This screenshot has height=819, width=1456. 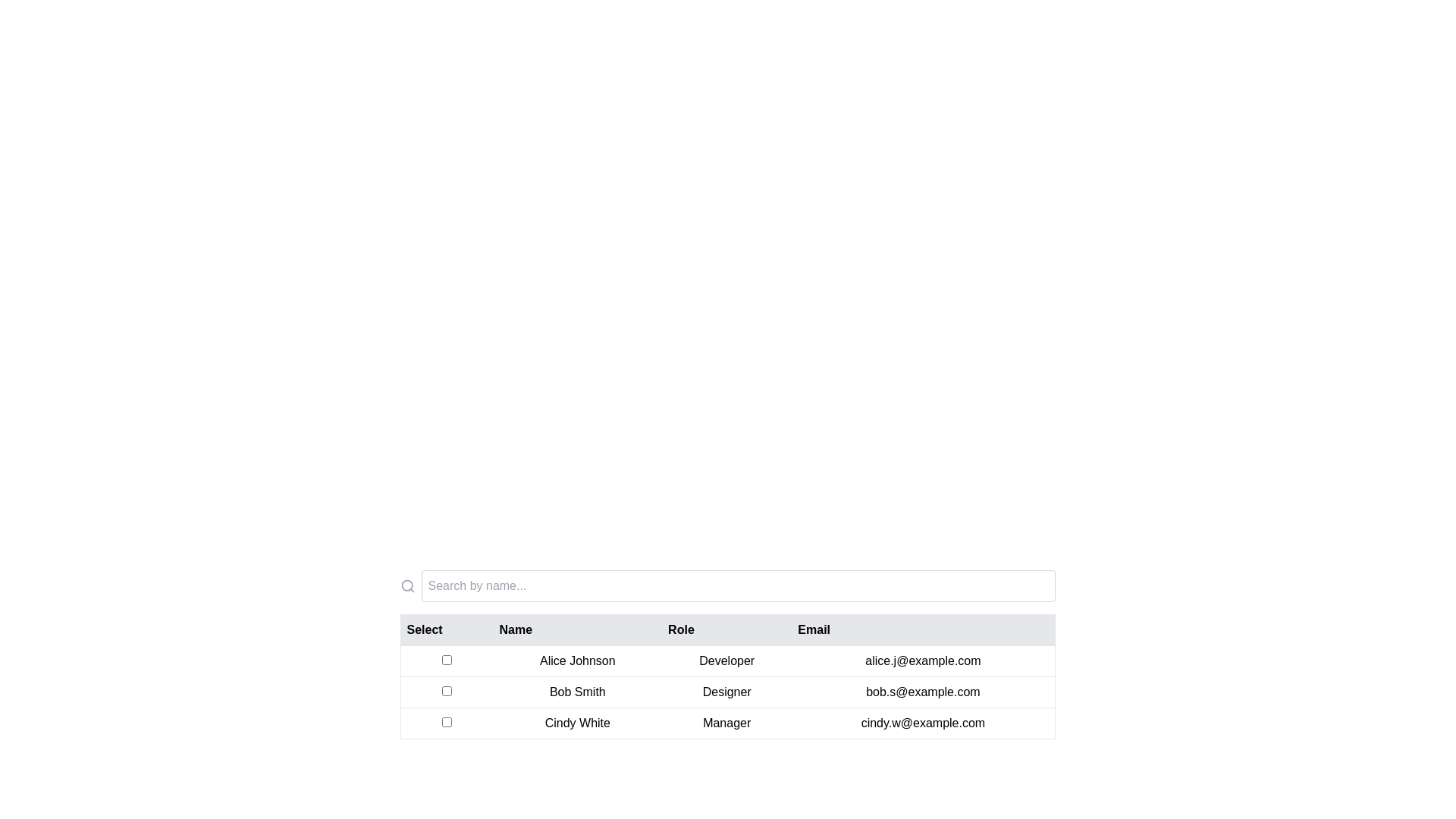 I want to click on the search icon located on the left side of the horizontal layout, which indicates the presence of a search functionality, so click(x=407, y=585).